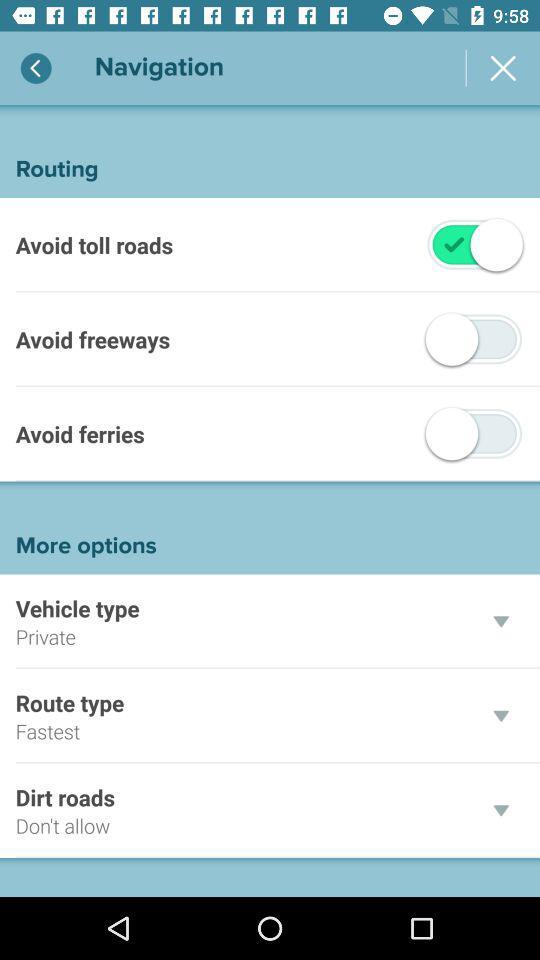  What do you see at coordinates (502, 68) in the screenshot?
I see `the cancel icon` at bounding box center [502, 68].